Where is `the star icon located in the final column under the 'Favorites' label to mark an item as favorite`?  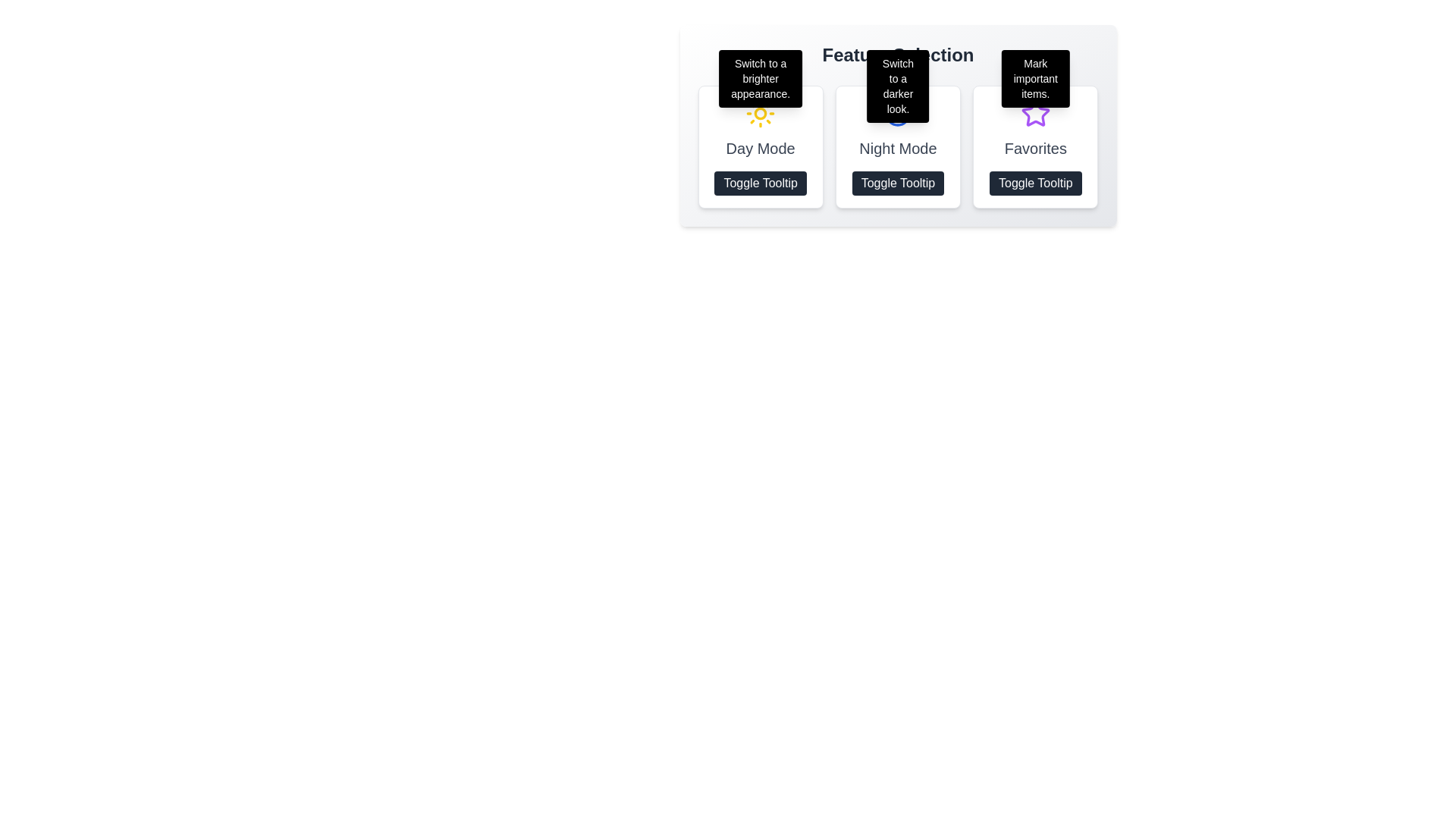
the star icon located in the final column under the 'Favorites' label to mark an item as favorite is located at coordinates (1034, 112).